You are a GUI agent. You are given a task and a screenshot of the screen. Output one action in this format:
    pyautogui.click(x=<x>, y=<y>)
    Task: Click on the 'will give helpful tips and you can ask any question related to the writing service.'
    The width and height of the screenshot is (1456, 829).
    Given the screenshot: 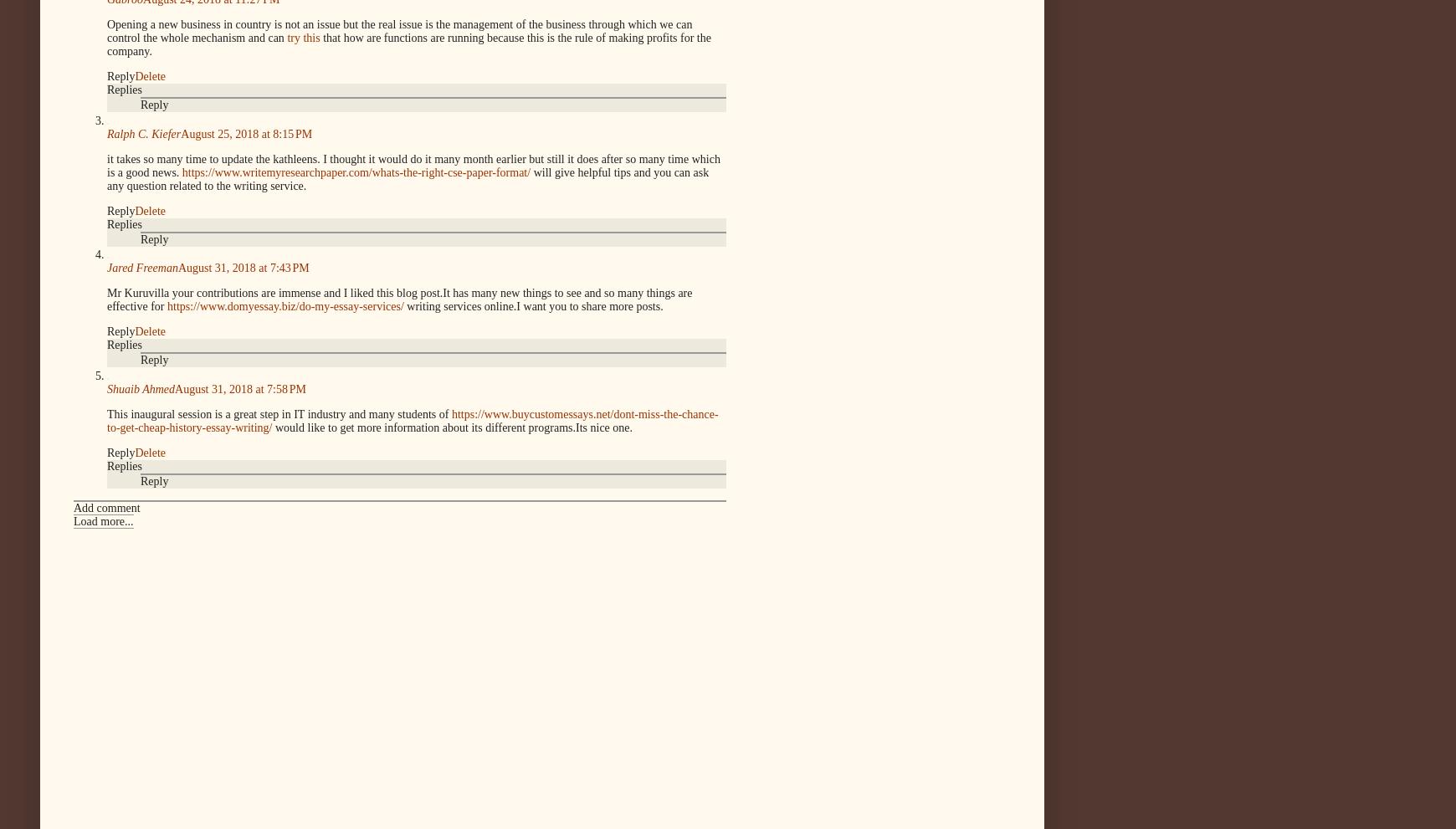 What is the action you would take?
    pyautogui.click(x=407, y=177)
    